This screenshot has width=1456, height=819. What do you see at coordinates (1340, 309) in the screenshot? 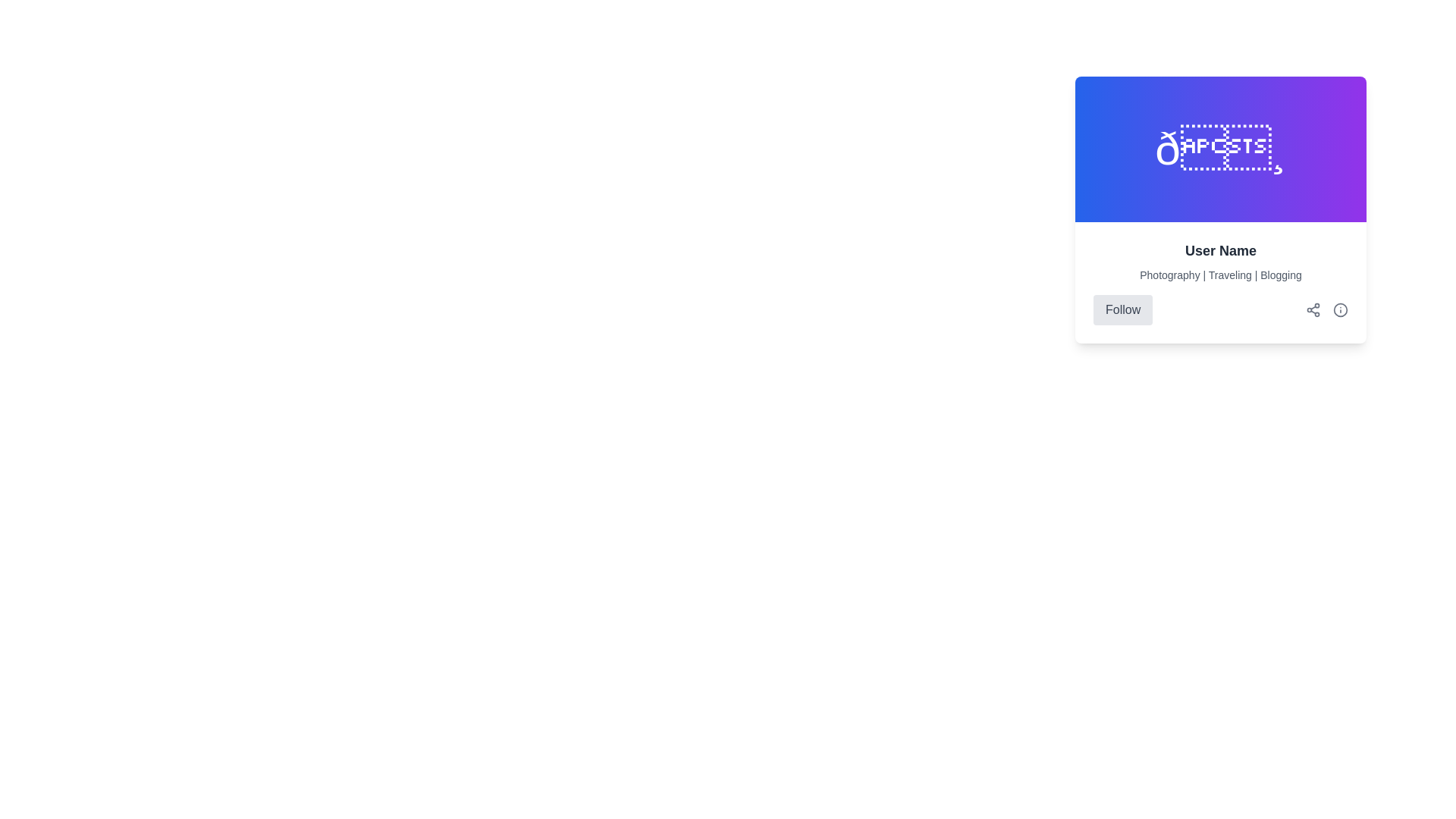
I see `the small circular button with an 'info' icon located at the bottom-right corner of the card, which changes color from gray to blue when hovered` at bounding box center [1340, 309].